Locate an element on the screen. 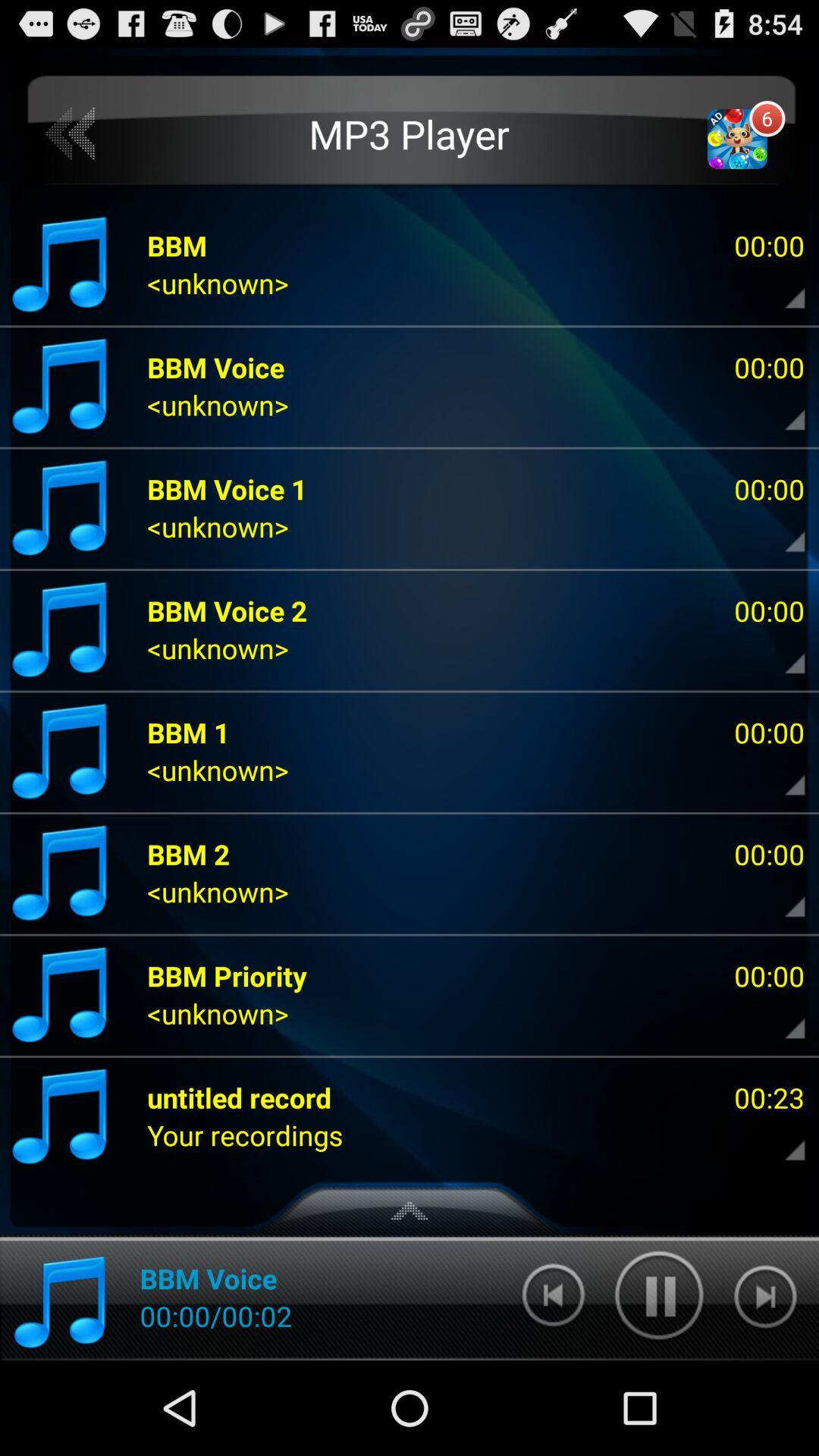 This screenshot has height=1456, width=819. the bbm priority is located at coordinates (227, 975).